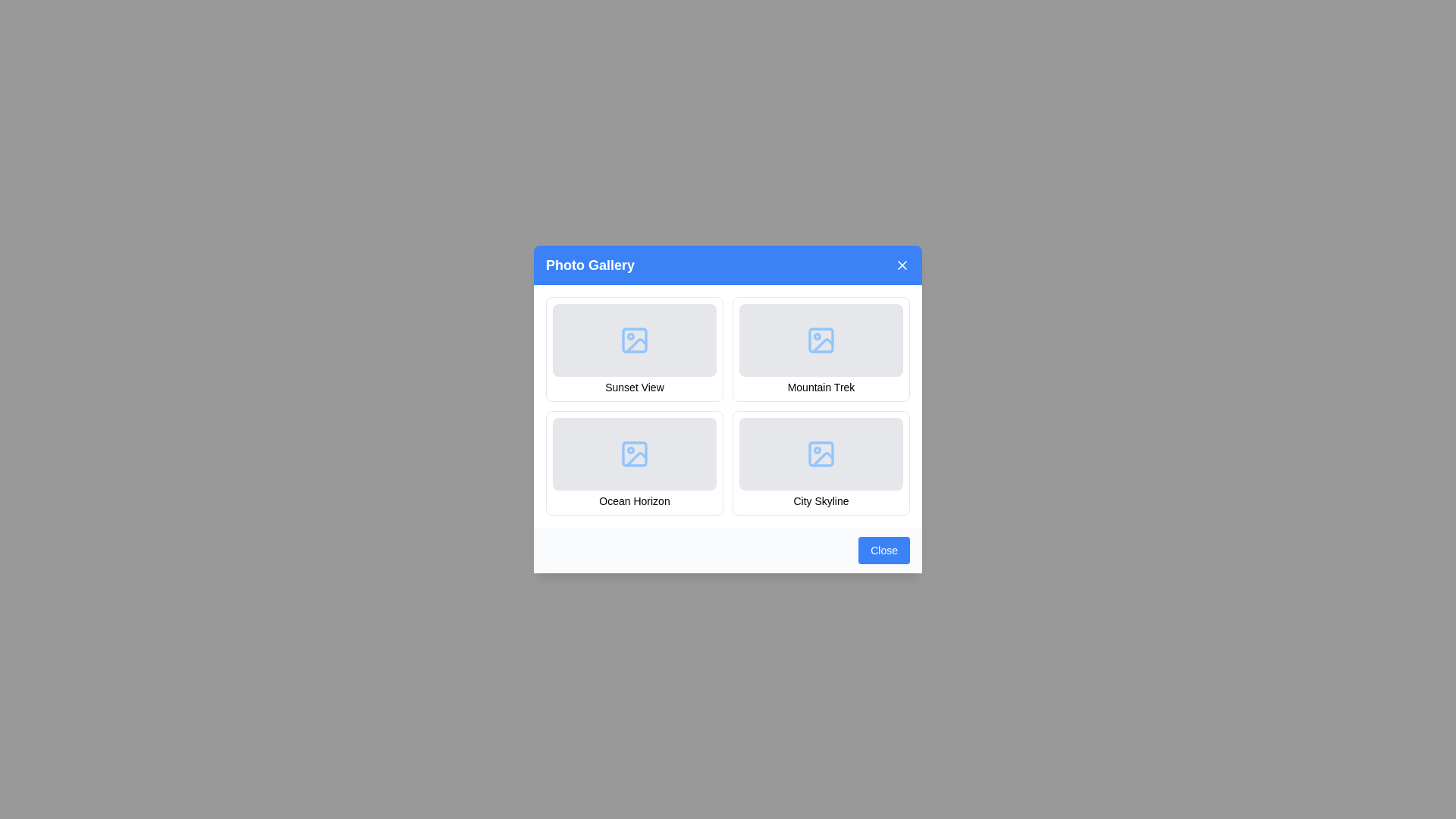 Image resolution: width=1456 pixels, height=819 pixels. I want to click on the blue photograph icon with a mountain-like line and circular mark located in the card labeled 'Sunset View', so click(634, 339).